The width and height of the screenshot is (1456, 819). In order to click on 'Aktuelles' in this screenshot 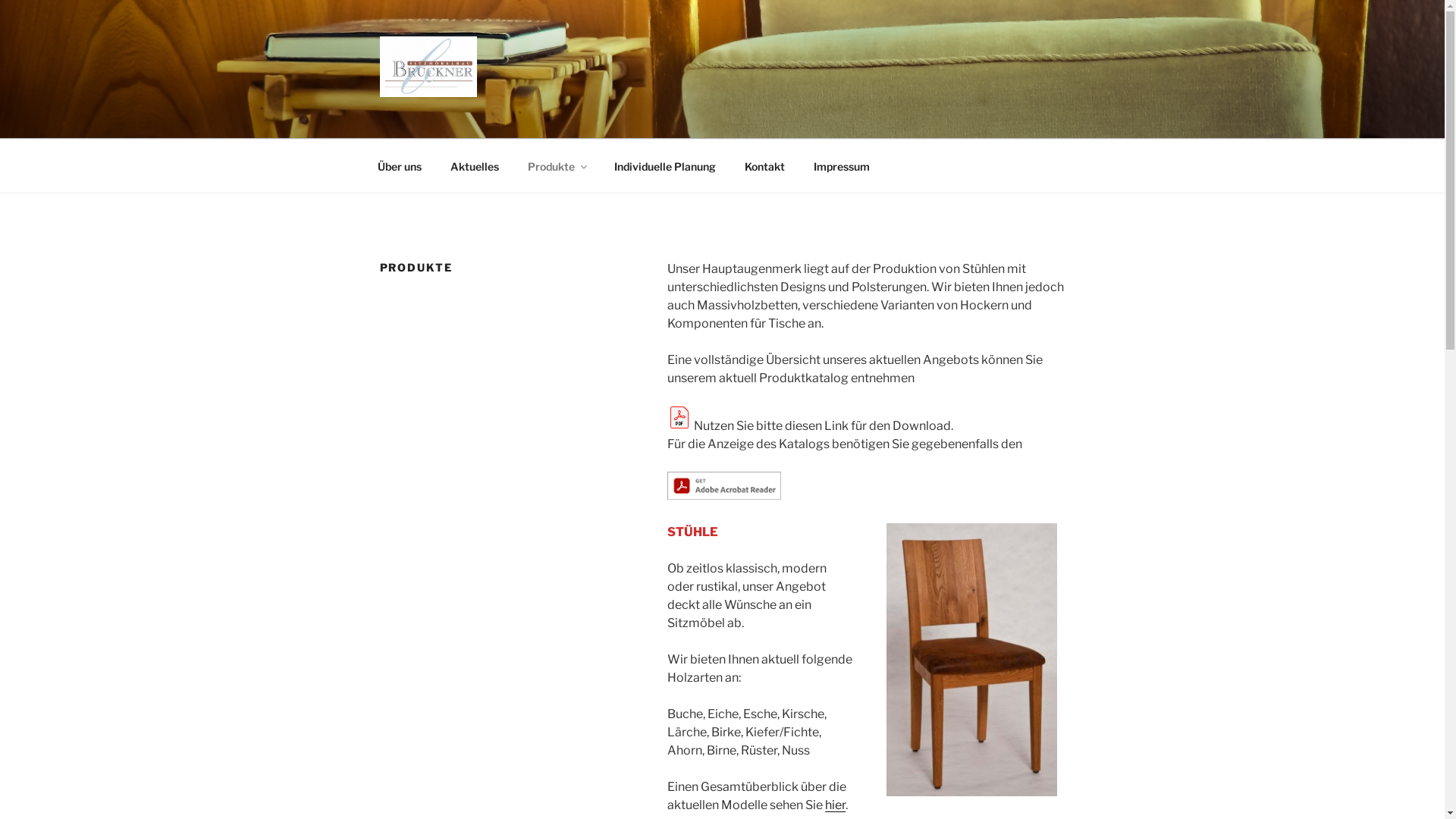, I will do `click(473, 165)`.